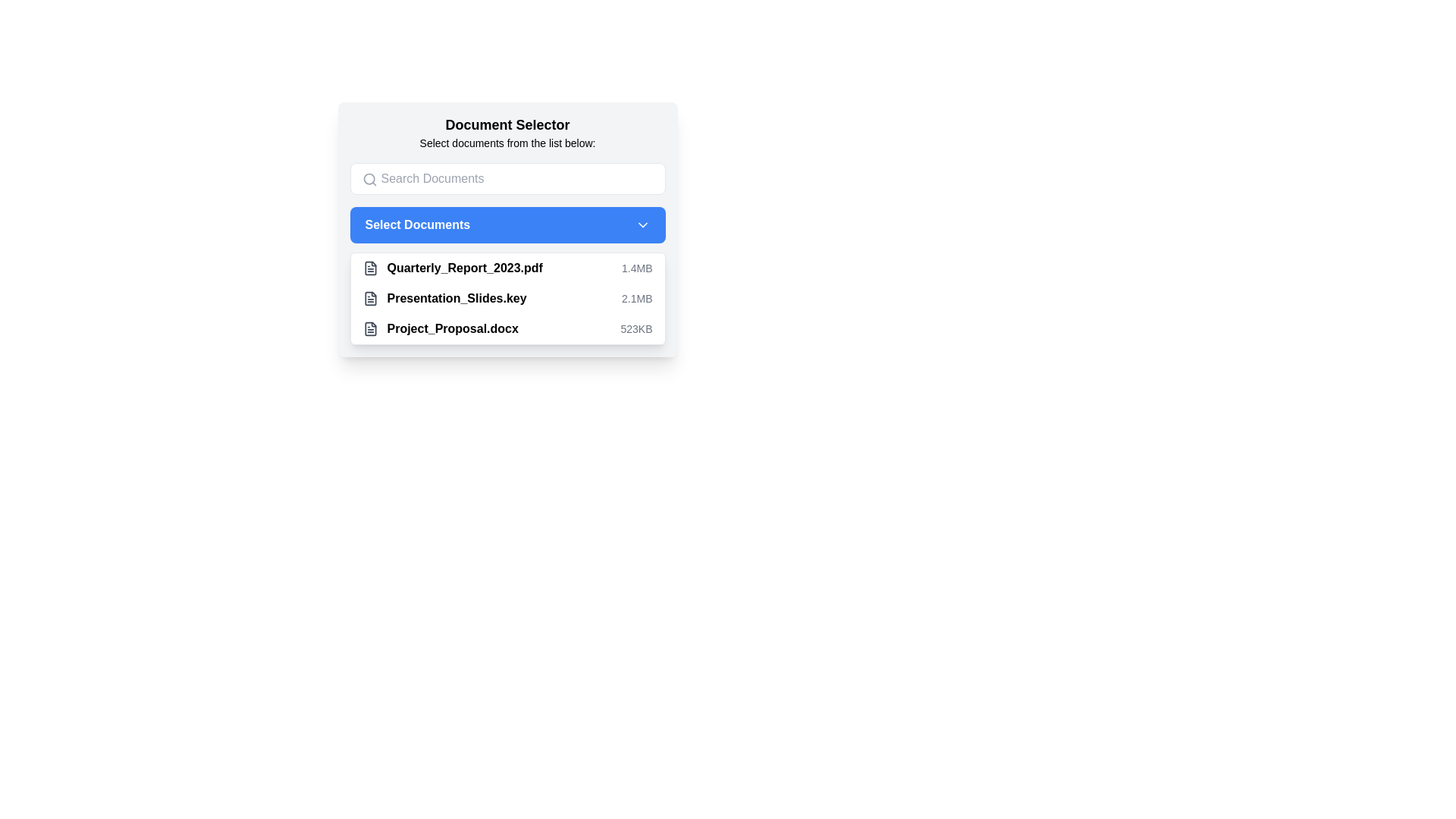 Image resolution: width=1456 pixels, height=819 pixels. I want to click on the decorative document icon representing 'Project_Proposal.docx' in the 'Document Selector' dialog, so click(370, 328).